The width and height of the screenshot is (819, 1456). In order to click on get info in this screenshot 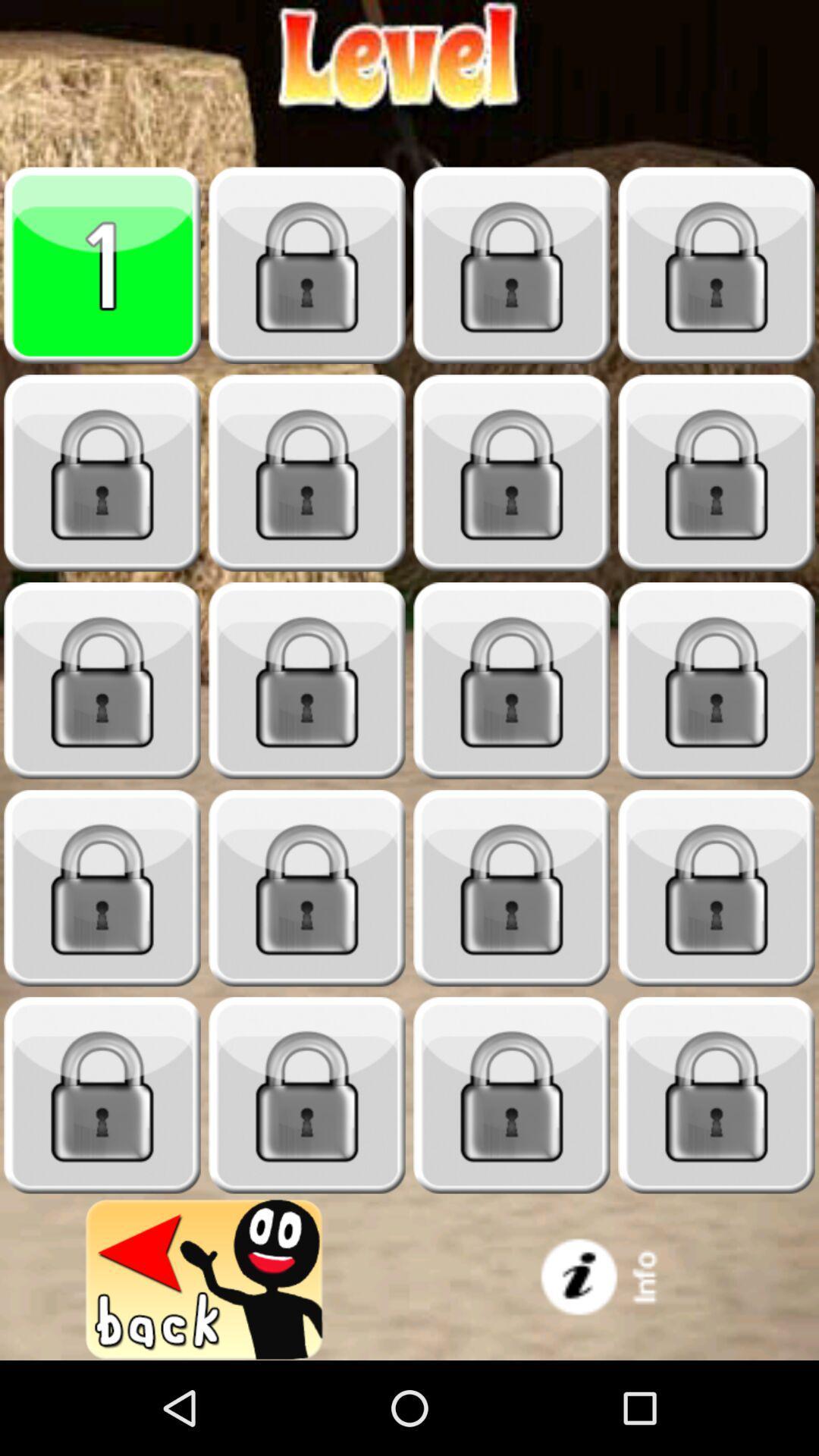, I will do `click(614, 1279)`.